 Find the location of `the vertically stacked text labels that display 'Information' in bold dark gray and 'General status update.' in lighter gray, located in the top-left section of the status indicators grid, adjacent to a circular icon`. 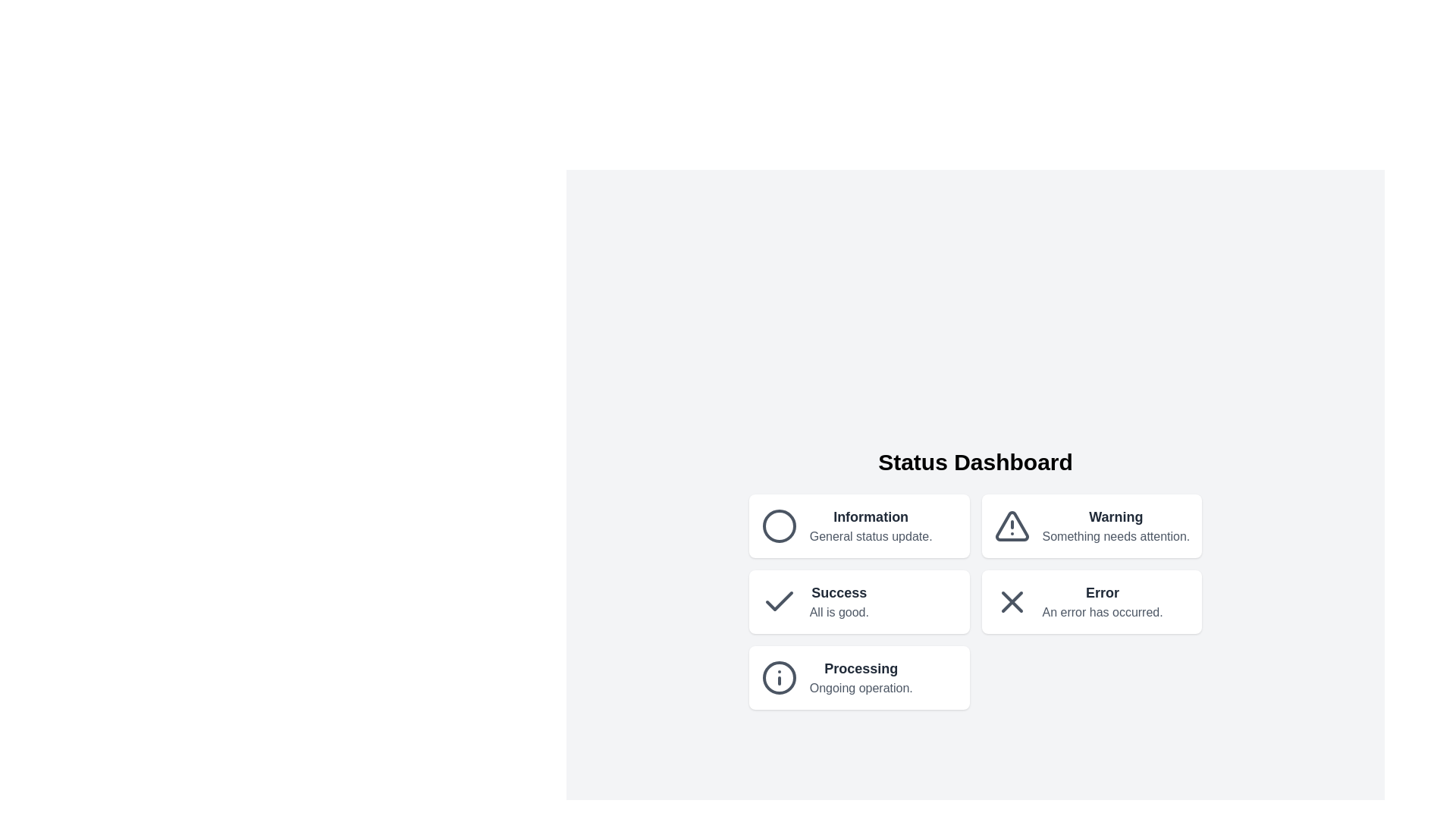

the vertically stacked text labels that display 'Information' in bold dark gray and 'General status update.' in lighter gray, located in the top-left section of the status indicators grid, adjacent to a circular icon is located at coordinates (871, 526).